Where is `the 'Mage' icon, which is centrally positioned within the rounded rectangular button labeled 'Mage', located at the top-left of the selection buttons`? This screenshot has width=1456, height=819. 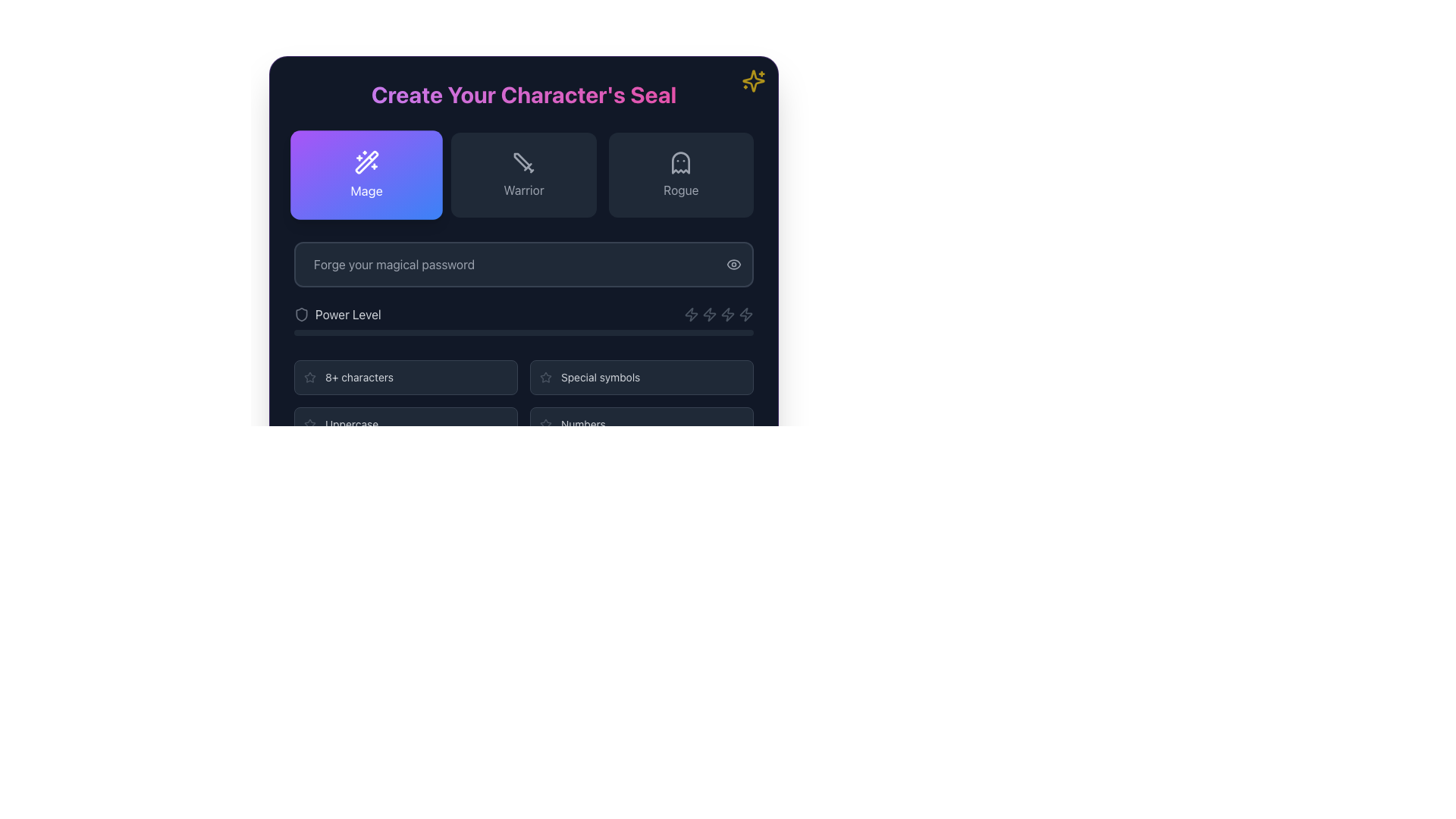
the 'Mage' icon, which is centrally positioned within the rounded rectangular button labeled 'Mage', located at the top-left of the selection buttons is located at coordinates (366, 162).